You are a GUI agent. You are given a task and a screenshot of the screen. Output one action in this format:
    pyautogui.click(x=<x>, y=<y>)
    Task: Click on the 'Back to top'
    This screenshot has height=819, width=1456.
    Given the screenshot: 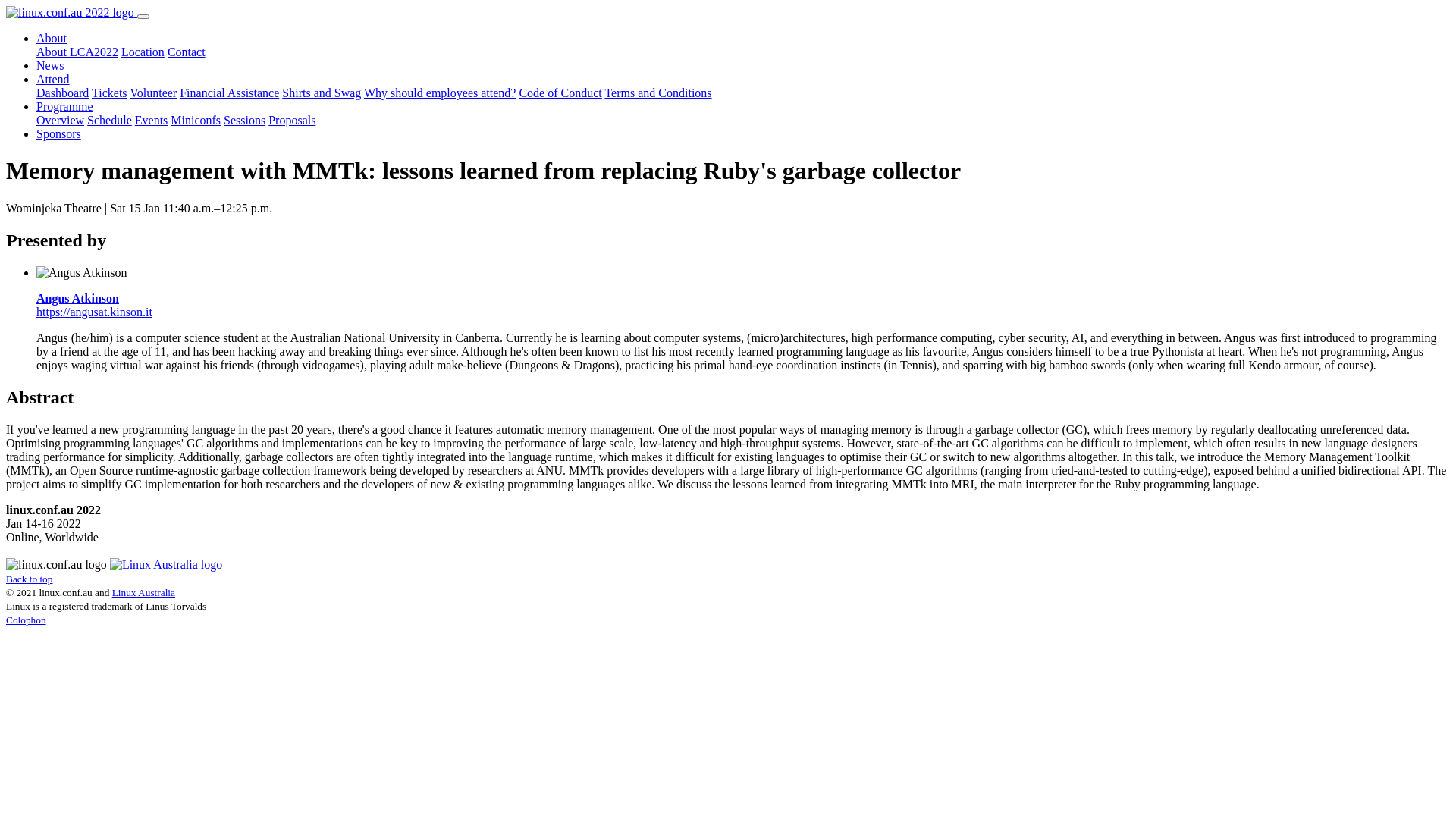 What is the action you would take?
    pyautogui.click(x=29, y=579)
    